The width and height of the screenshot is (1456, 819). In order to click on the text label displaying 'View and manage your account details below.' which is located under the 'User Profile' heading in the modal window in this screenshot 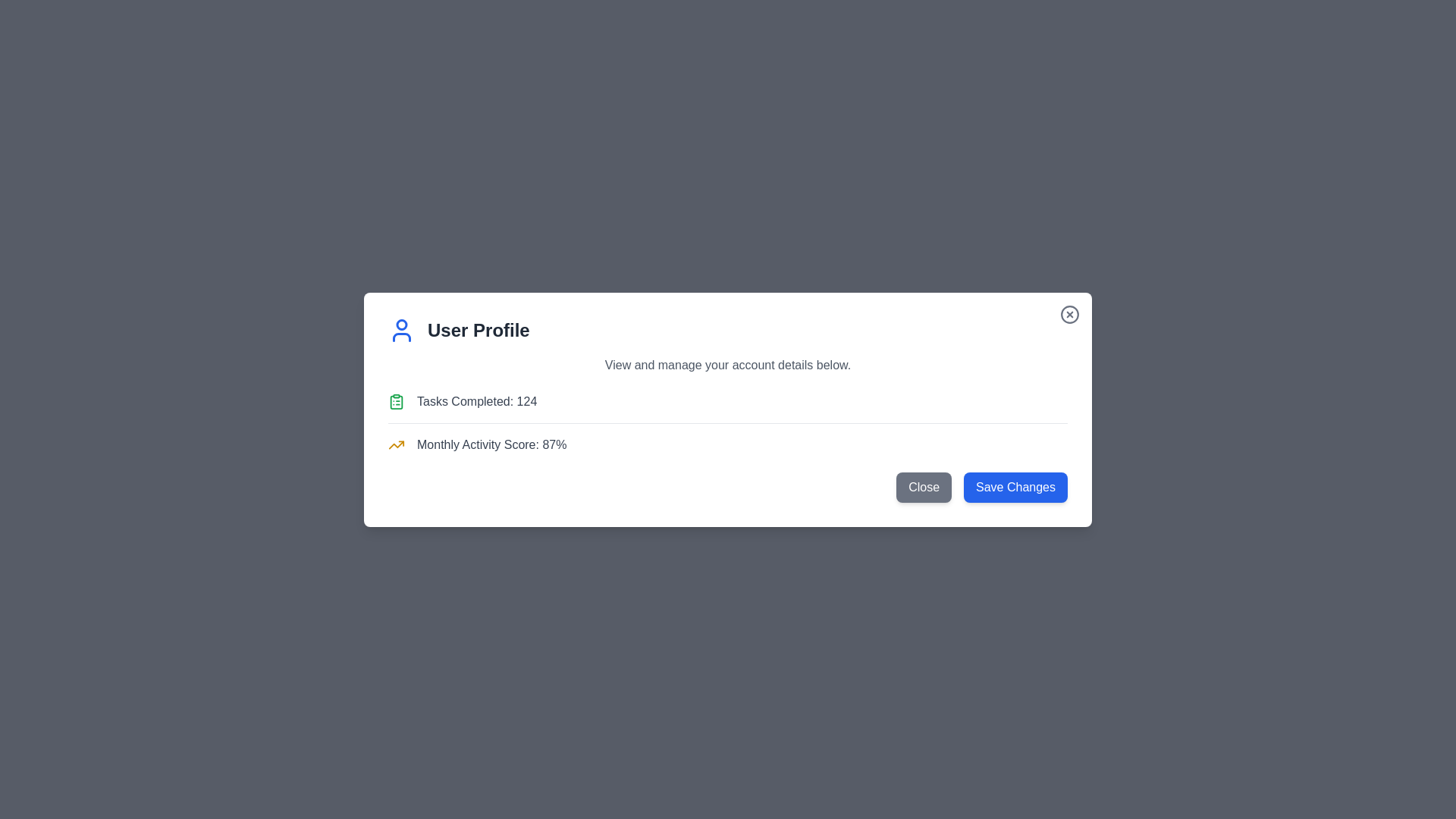, I will do `click(728, 365)`.